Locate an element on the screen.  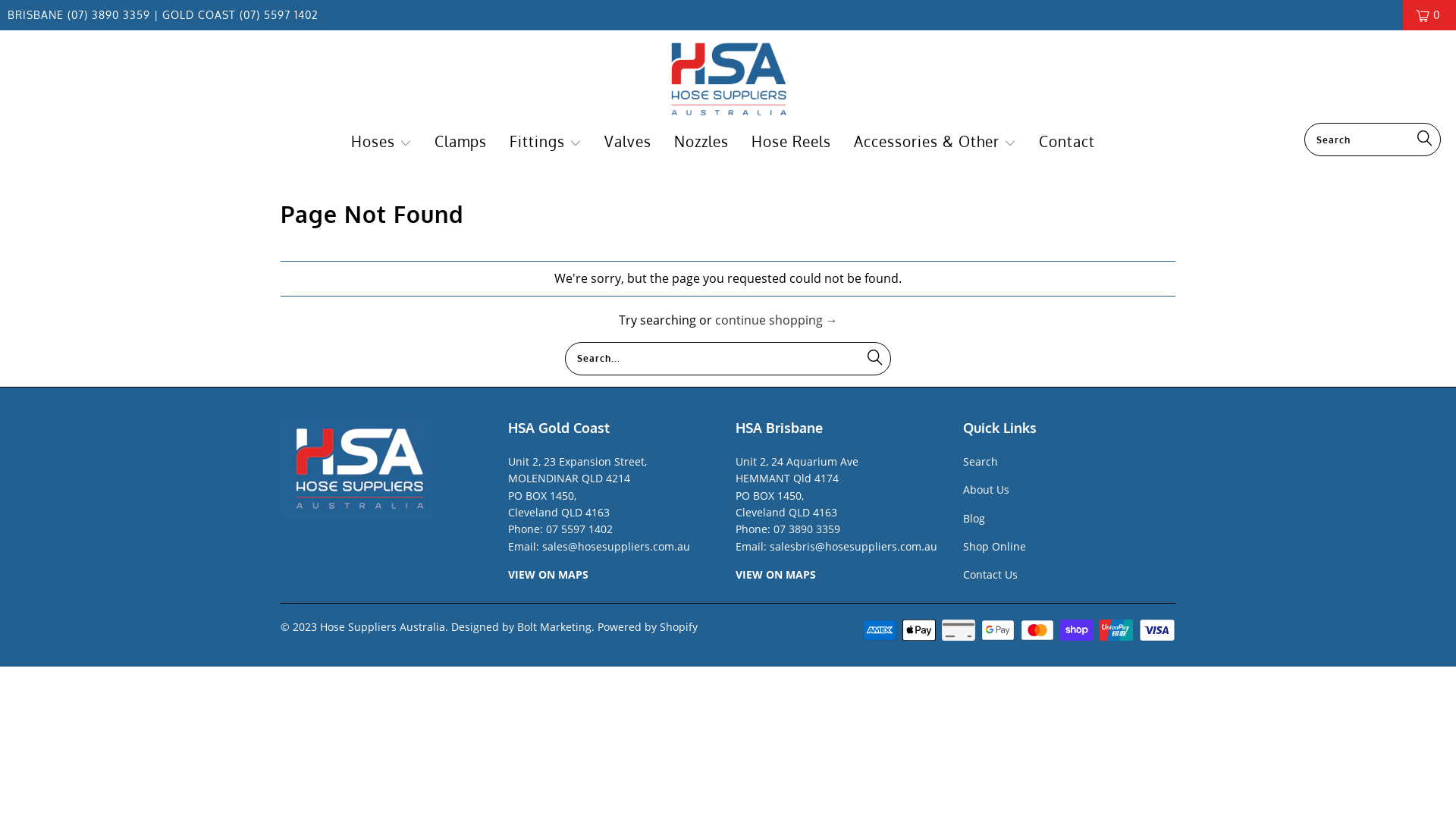
'07 3890 3359' is located at coordinates (806, 528).